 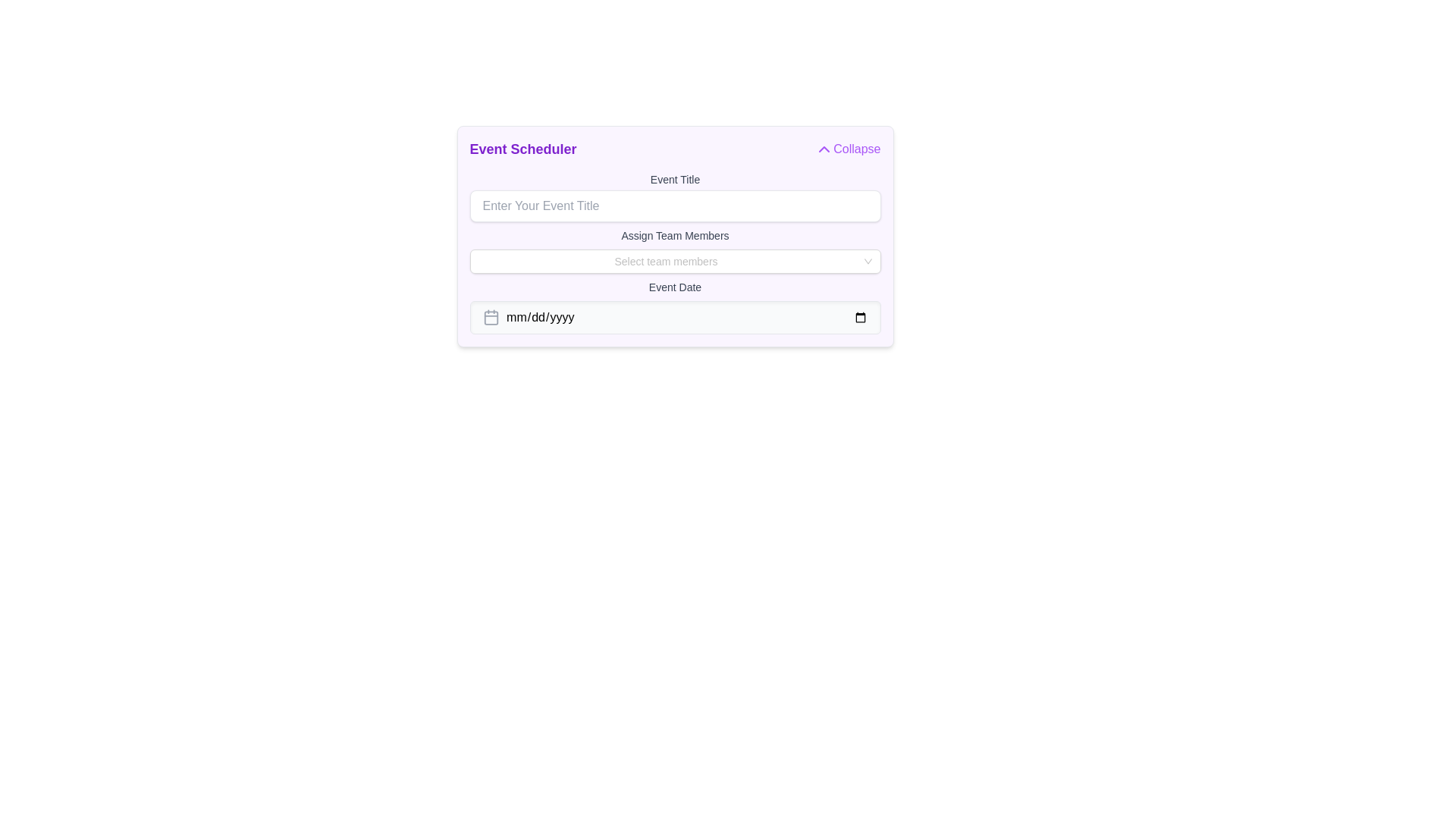 What do you see at coordinates (868, 260) in the screenshot?
I see `the Dropdown toggle arrow located at the far-right end inside the 'Select team members' dropdown component to indicate interactivity` at bounding box center [868, 260].